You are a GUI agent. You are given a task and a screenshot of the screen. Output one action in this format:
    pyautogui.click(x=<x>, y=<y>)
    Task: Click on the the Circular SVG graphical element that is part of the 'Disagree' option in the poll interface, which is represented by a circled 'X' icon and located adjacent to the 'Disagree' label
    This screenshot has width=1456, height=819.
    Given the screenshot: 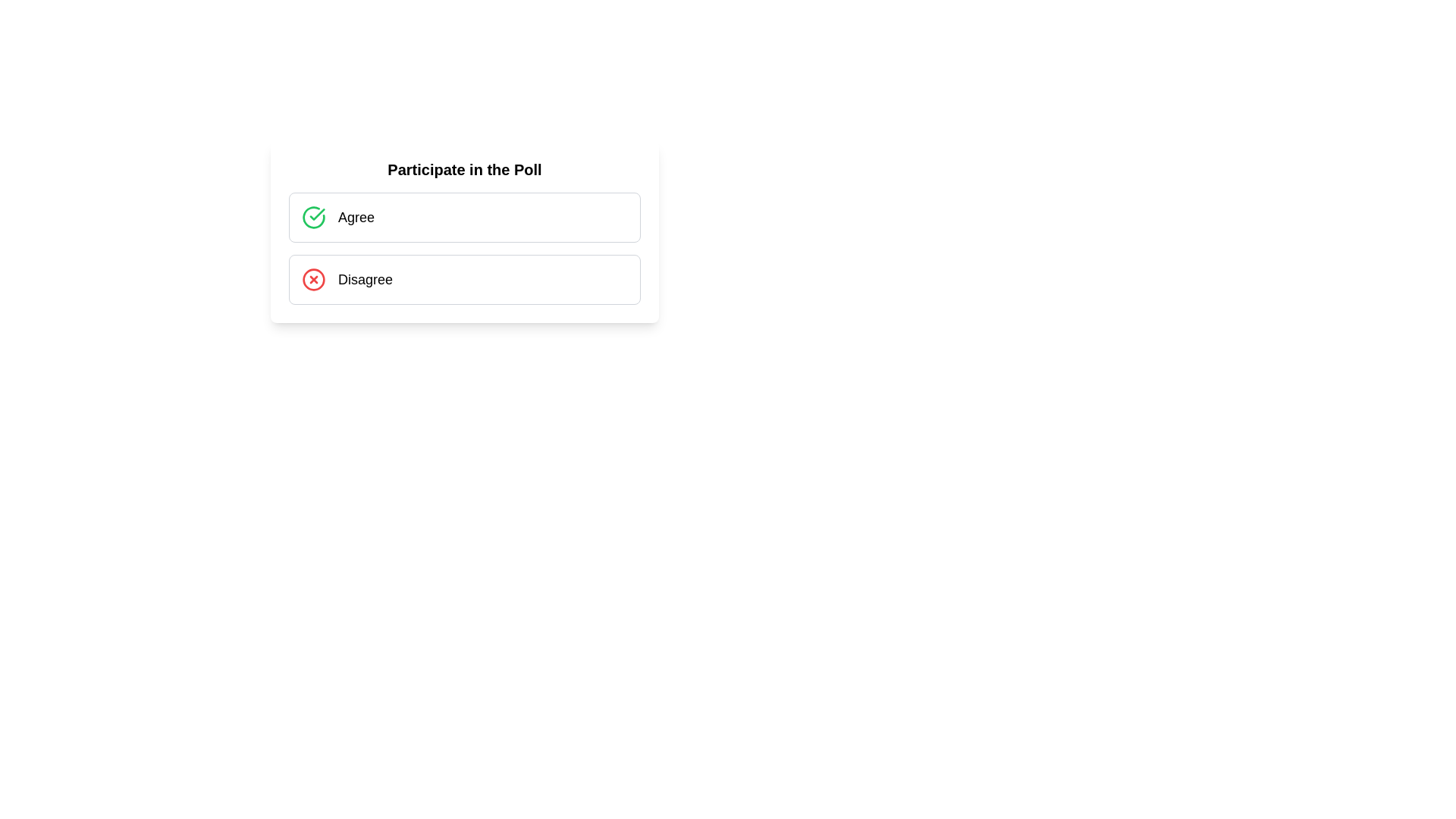 What is the action you would take?
    pyautogui.click(x=312, y=280)
    